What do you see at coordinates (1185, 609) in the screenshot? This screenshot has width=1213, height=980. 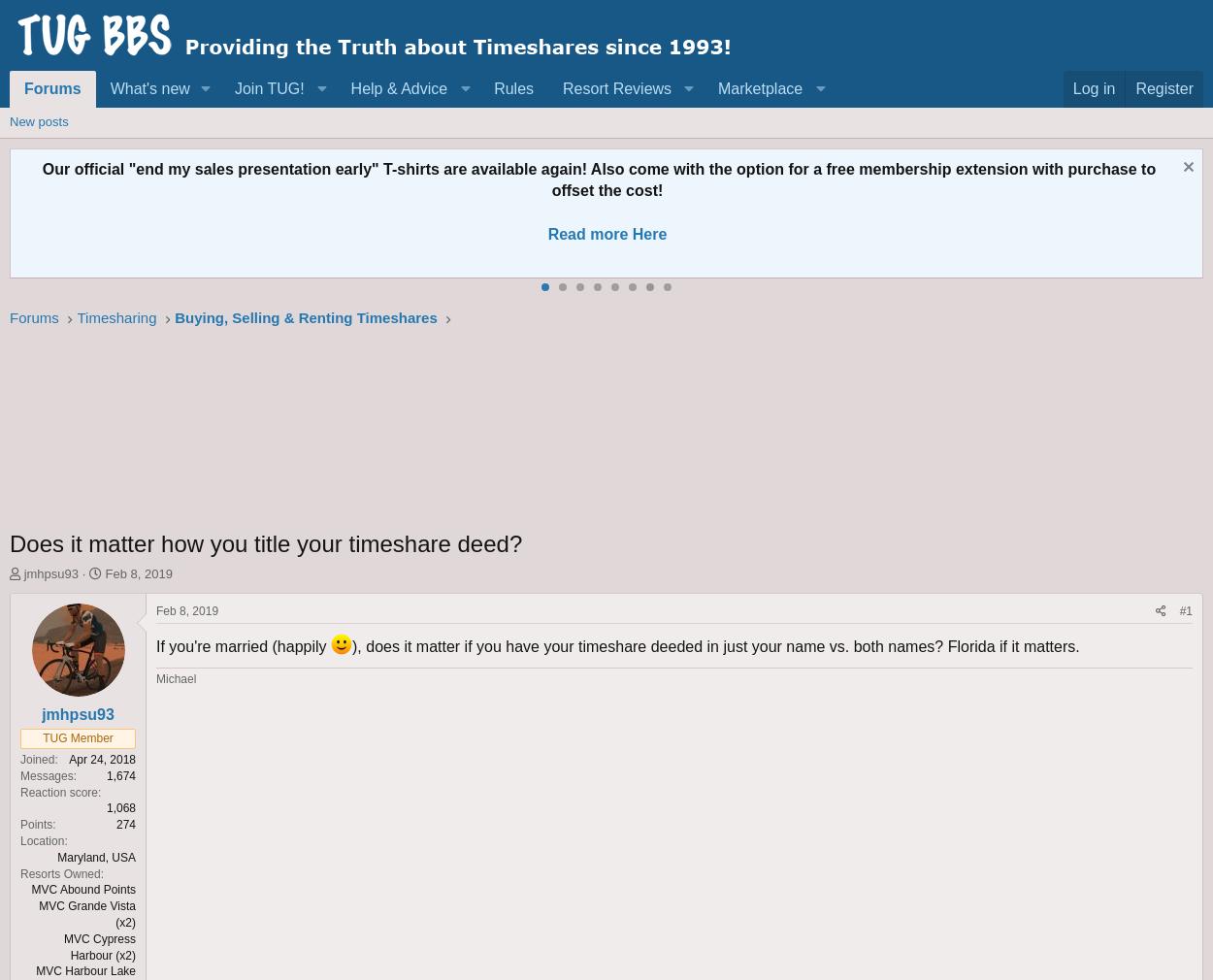 I see `'#1'` at bounding box center [1185, 609].